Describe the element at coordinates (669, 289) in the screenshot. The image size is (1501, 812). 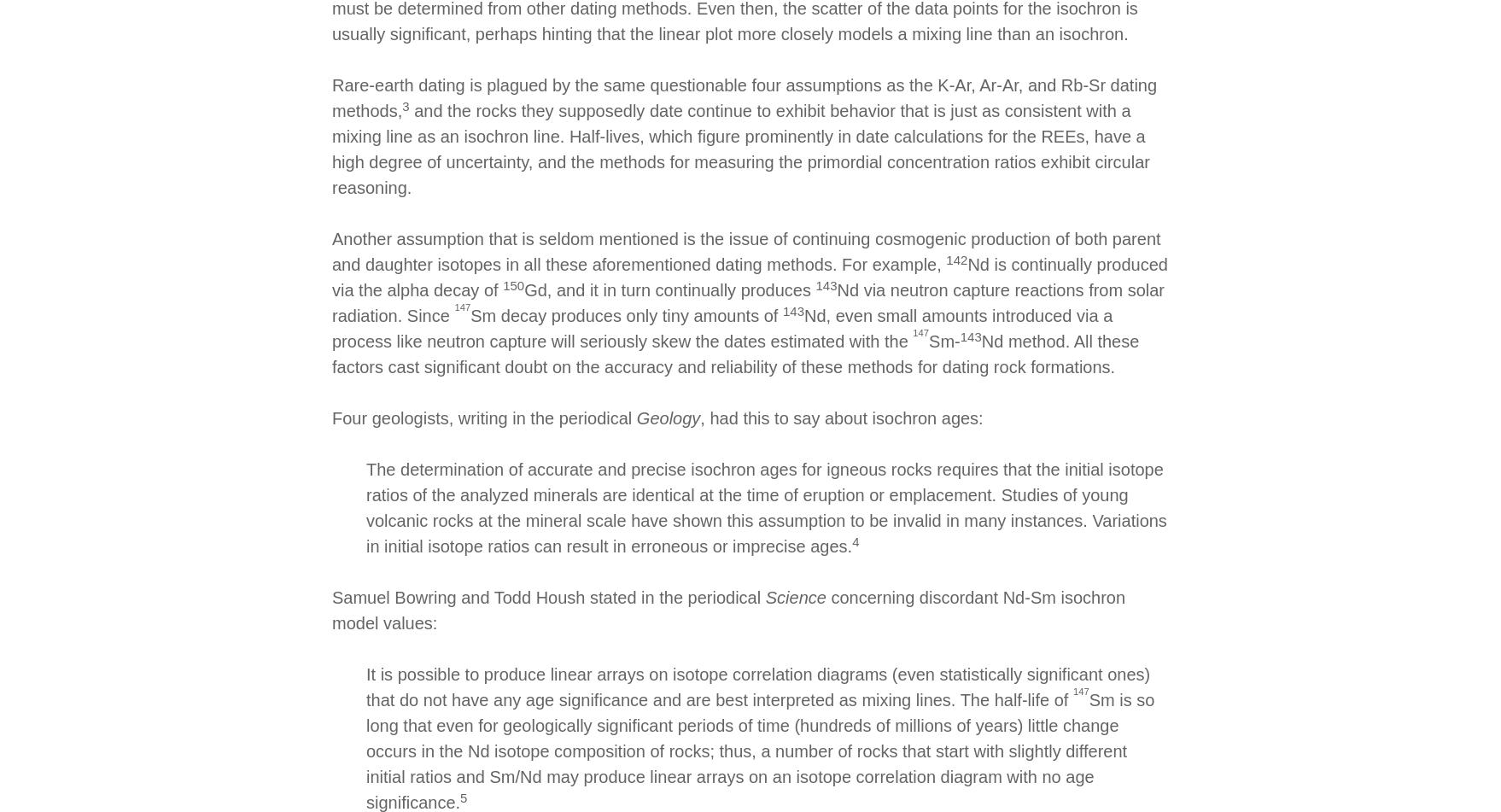
I see `'Gd, and it in turn continually produces'` at that location.